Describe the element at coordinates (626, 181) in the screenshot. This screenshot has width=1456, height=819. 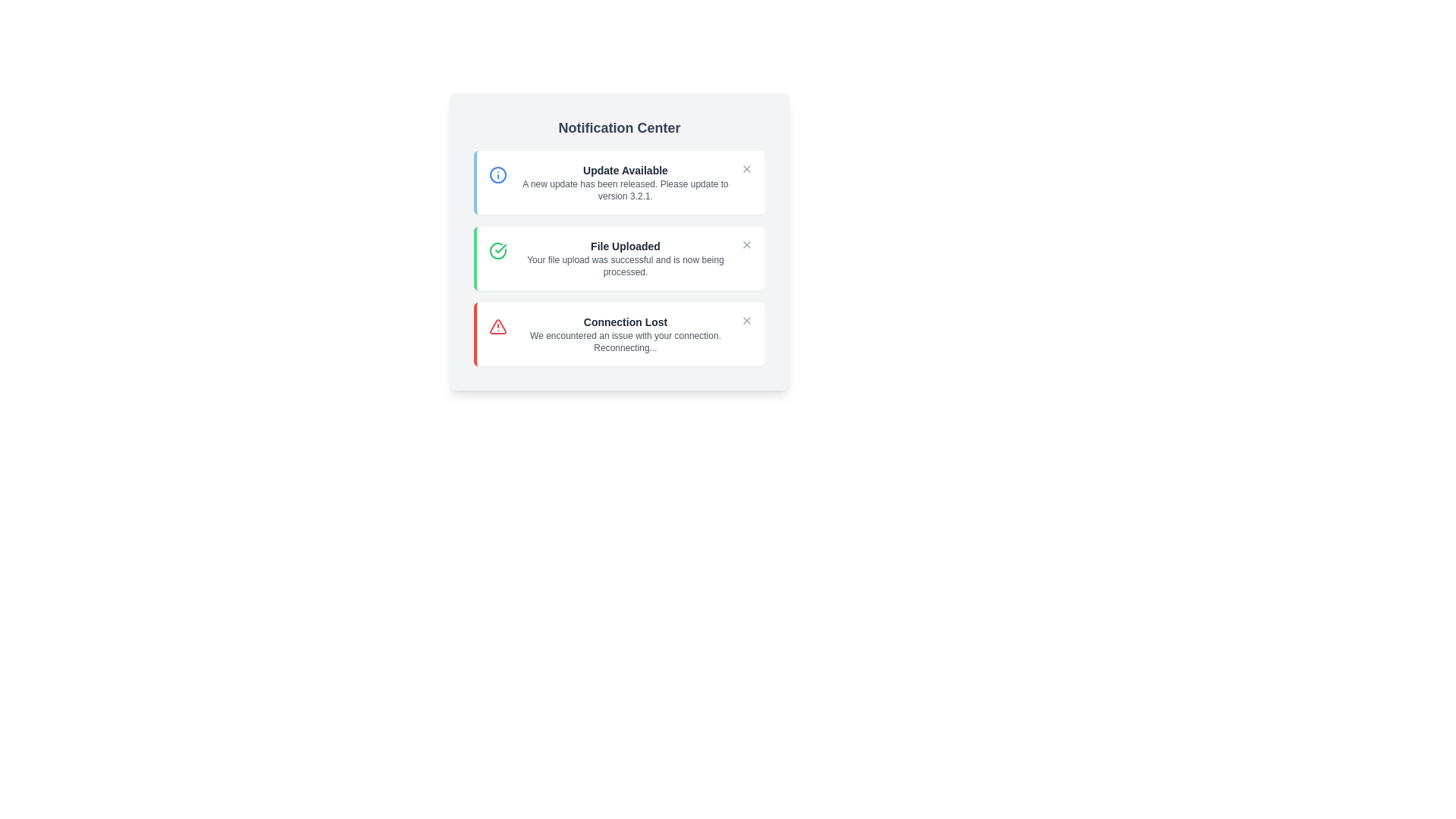
I see `the informational text block that displays 'Update Available' and 'A new update has been released. Please update to version 3.2.1.'` at that location.